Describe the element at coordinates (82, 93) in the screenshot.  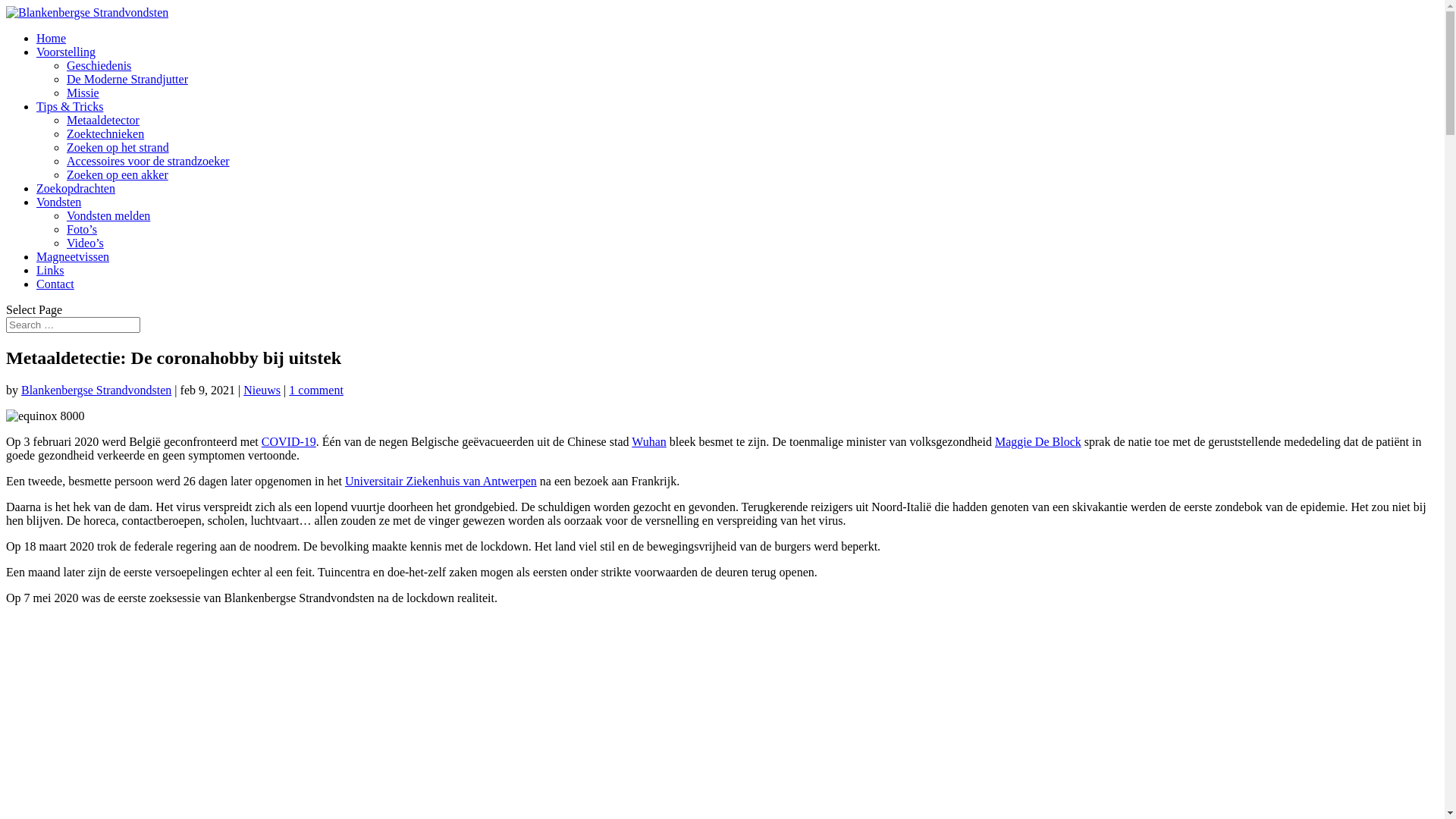
I see `'Missie'` at that location.